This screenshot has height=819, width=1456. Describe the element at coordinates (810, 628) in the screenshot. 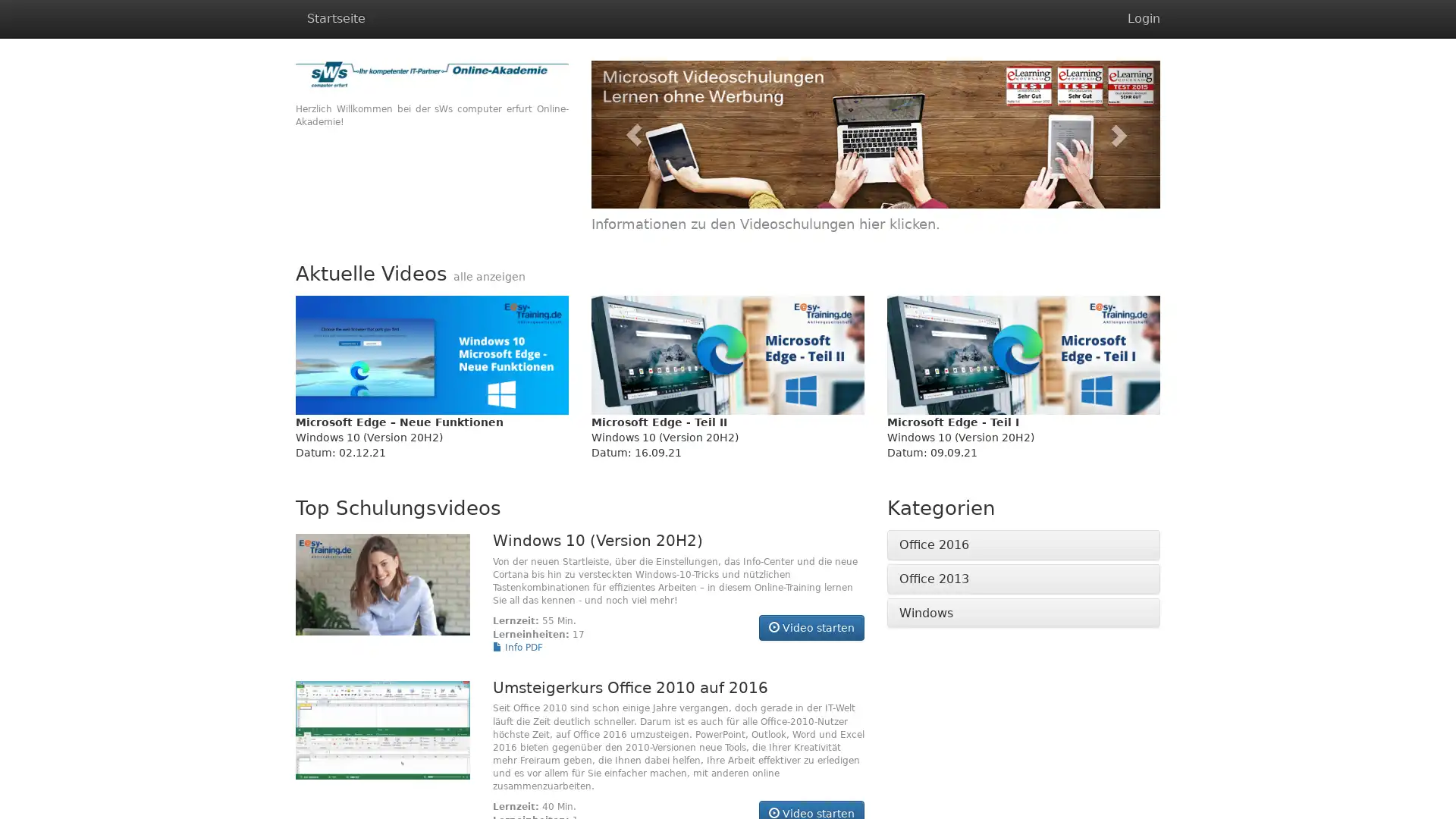

I see `Video starten` at that location.